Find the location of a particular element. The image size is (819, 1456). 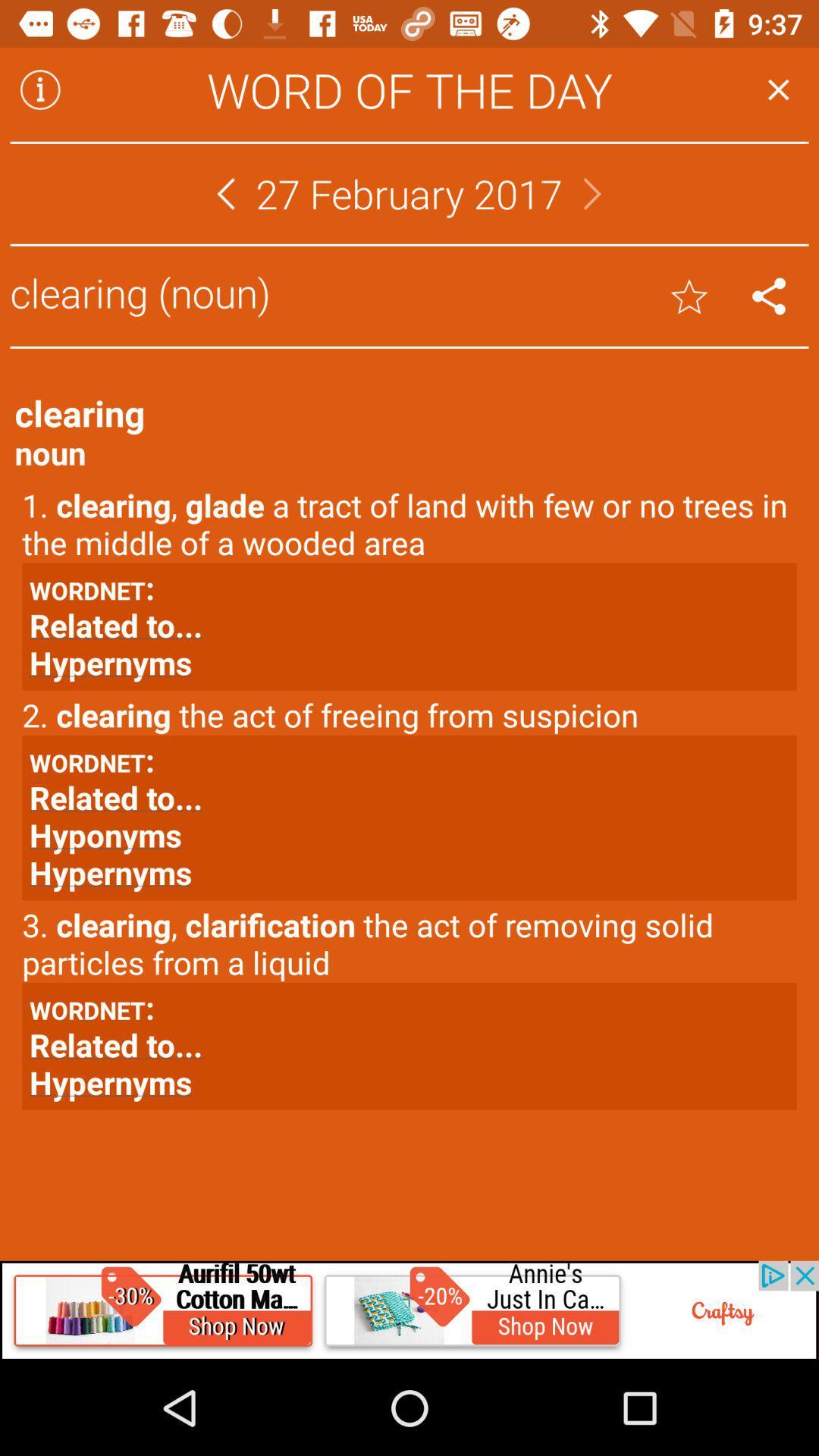

previous is located at coordinates (225, 193).